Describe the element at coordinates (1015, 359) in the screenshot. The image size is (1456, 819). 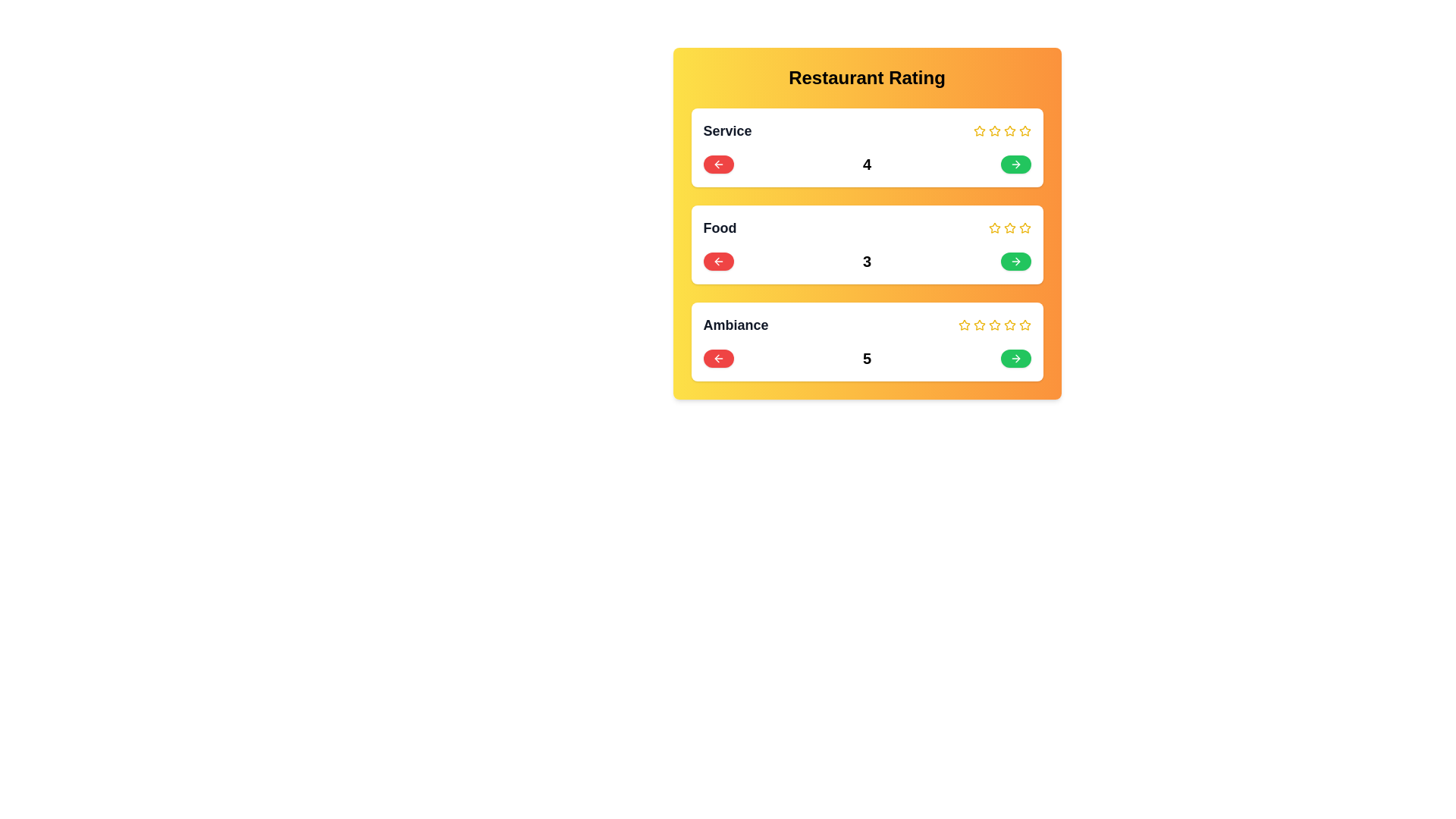
I see `the rightward-pointing green and white arrow icon within the green rounded button labeled 'Ambiance'` at that location.